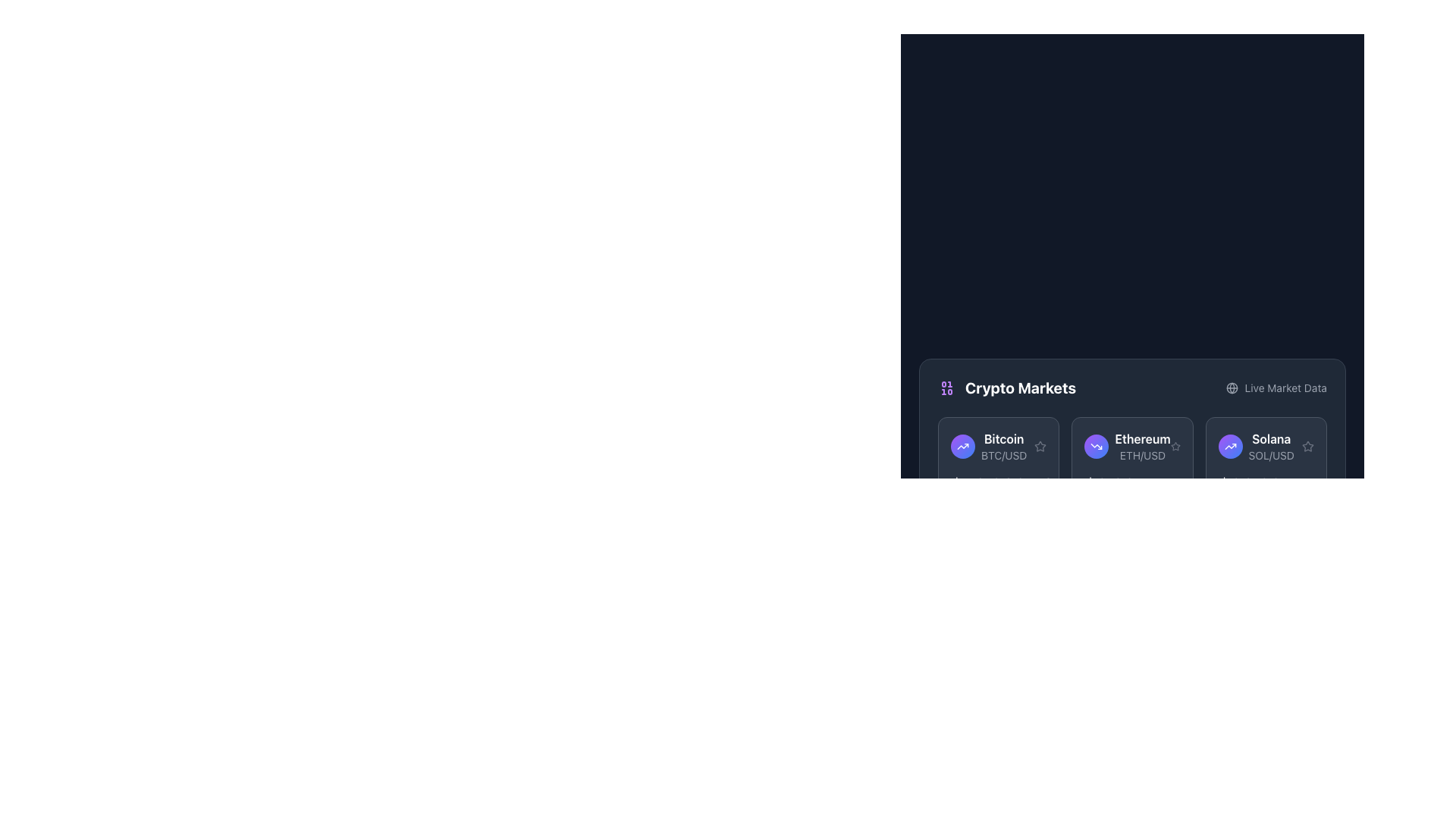 This screenshot has width=1456, height=819. What do you see at coordinates (1132, 485) in the screenshot?
I see `the informational display showing the current price of Ethereum and the percentage change indicator, located in the bottom-right portion of the Ethereum card` at bounding box center [1132, 485].